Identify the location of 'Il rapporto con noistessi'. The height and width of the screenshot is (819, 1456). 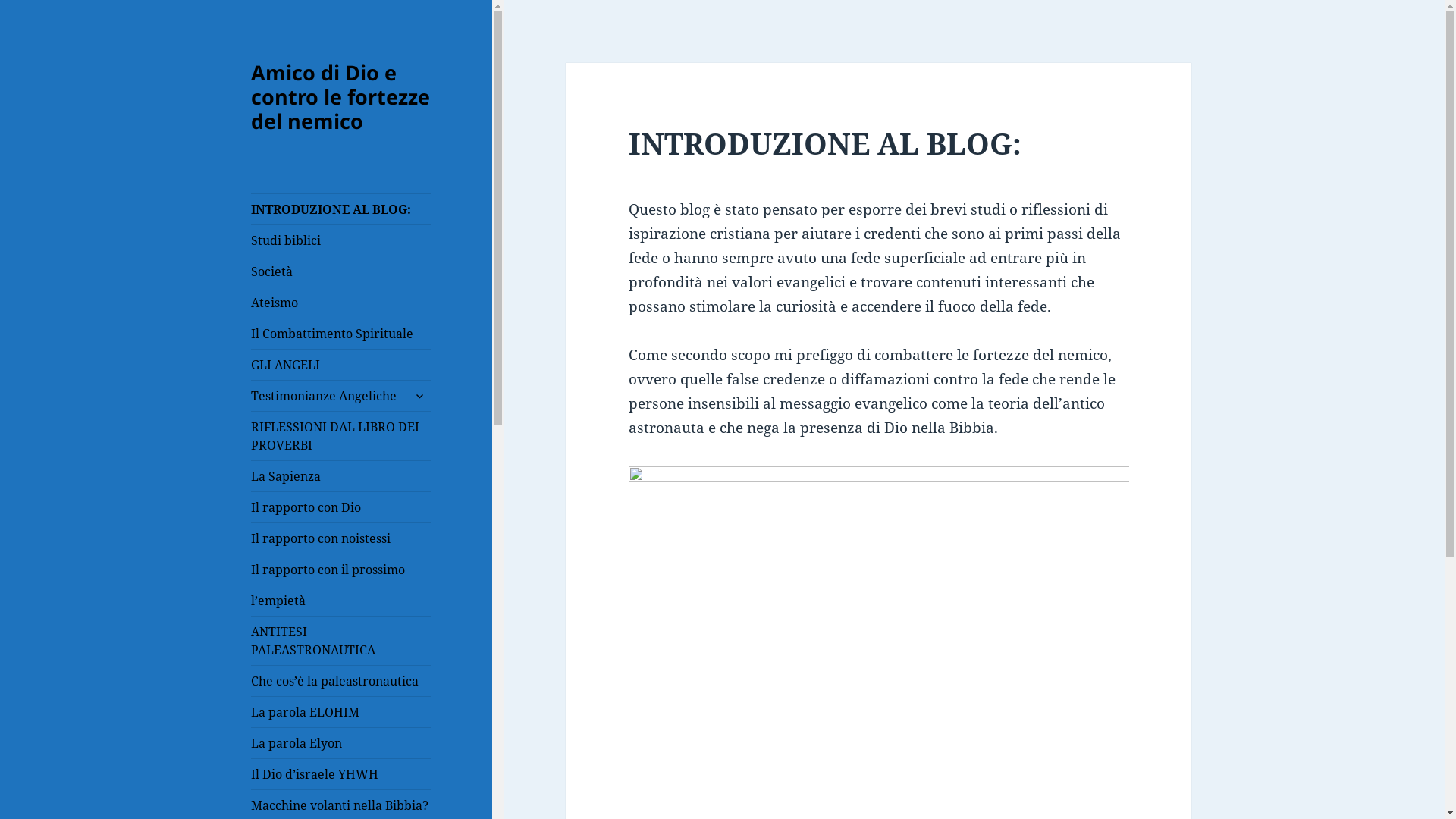
(340, 537).